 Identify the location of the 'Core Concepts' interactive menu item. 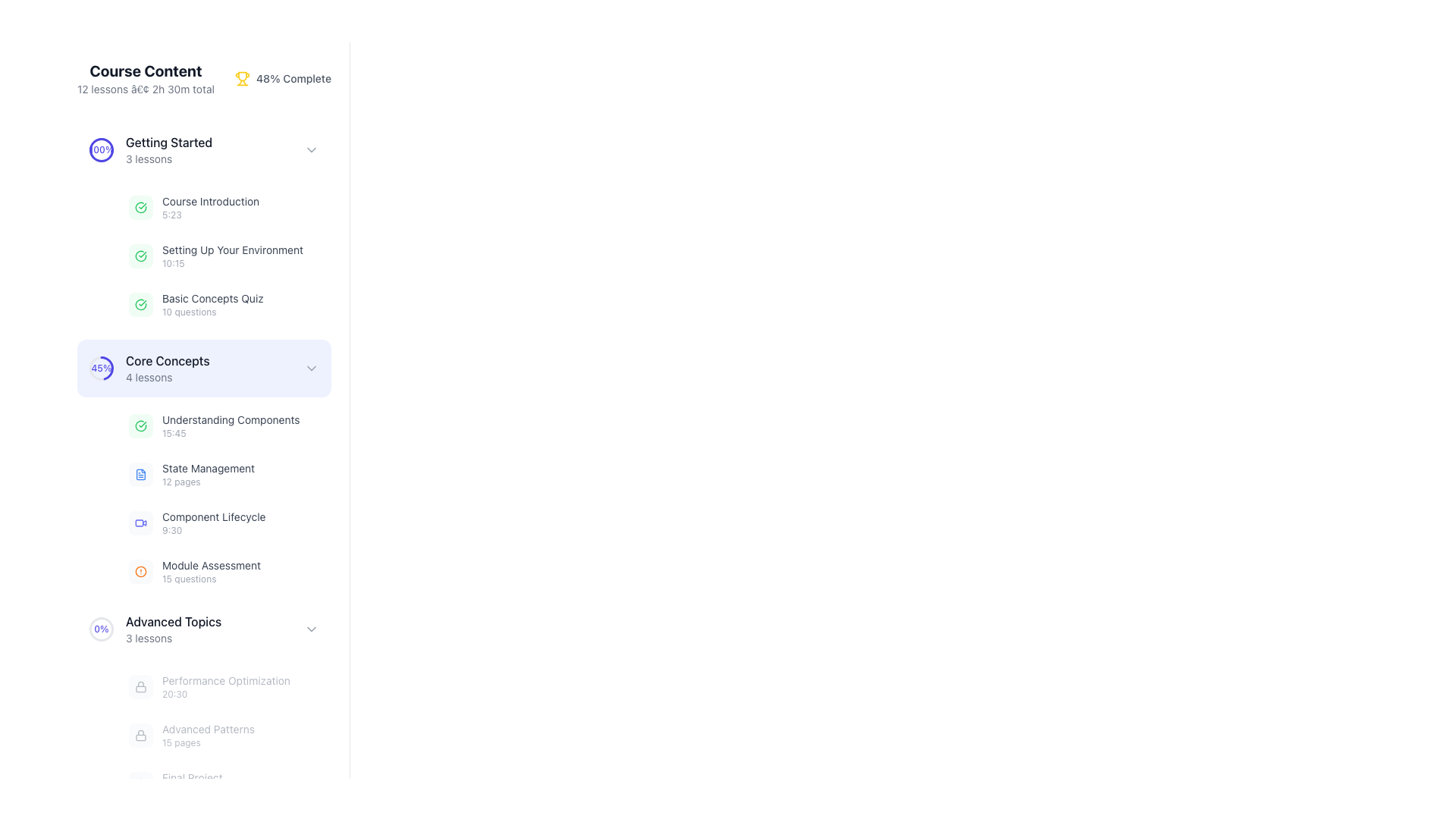
(203, 369).